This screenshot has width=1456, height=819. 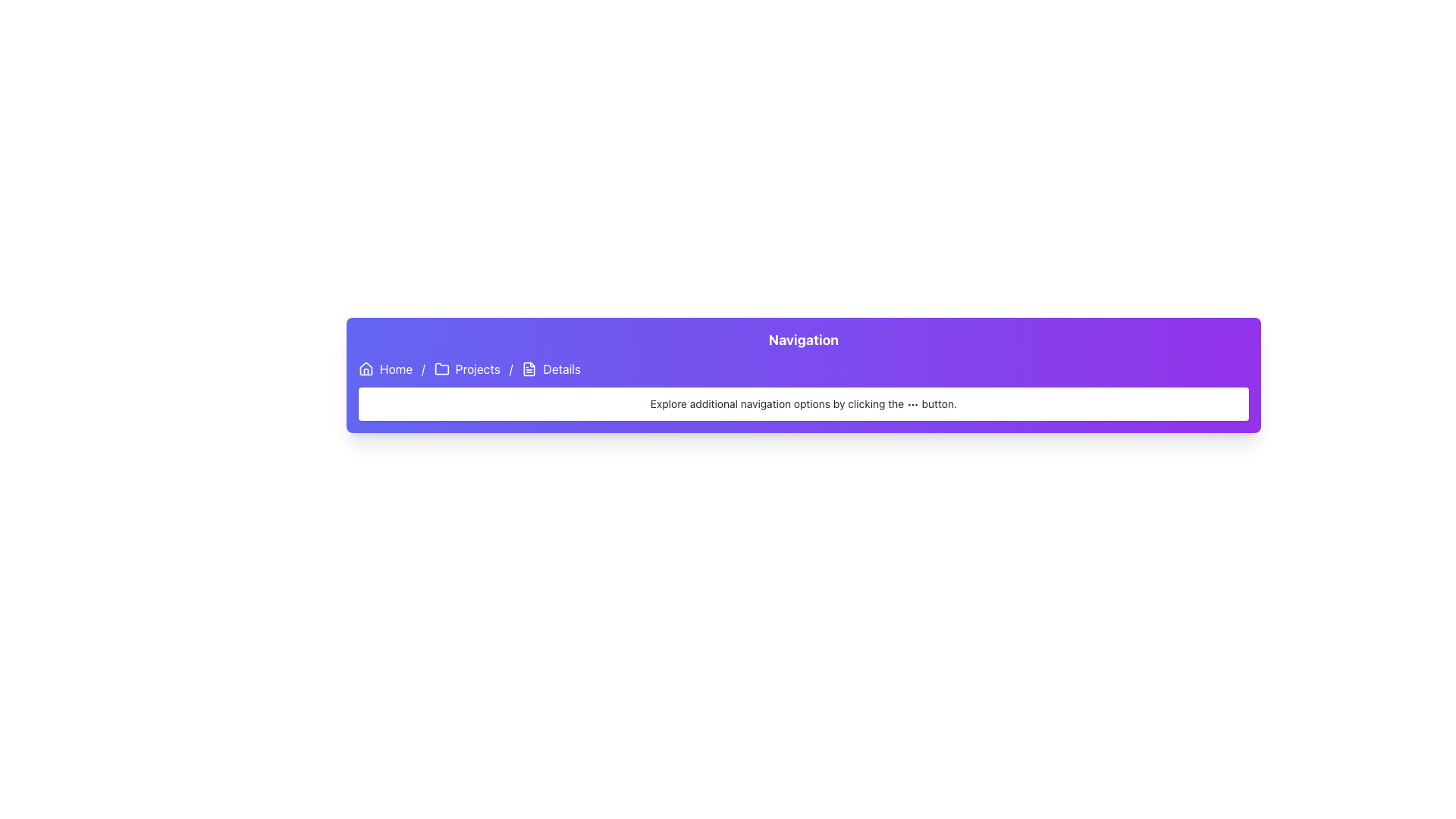 I want to click on the 'projects' icon in the breadcrumb navigation bar, which is the second icon adjacent to the 'Projects' text label, so click(x=441, y=369).